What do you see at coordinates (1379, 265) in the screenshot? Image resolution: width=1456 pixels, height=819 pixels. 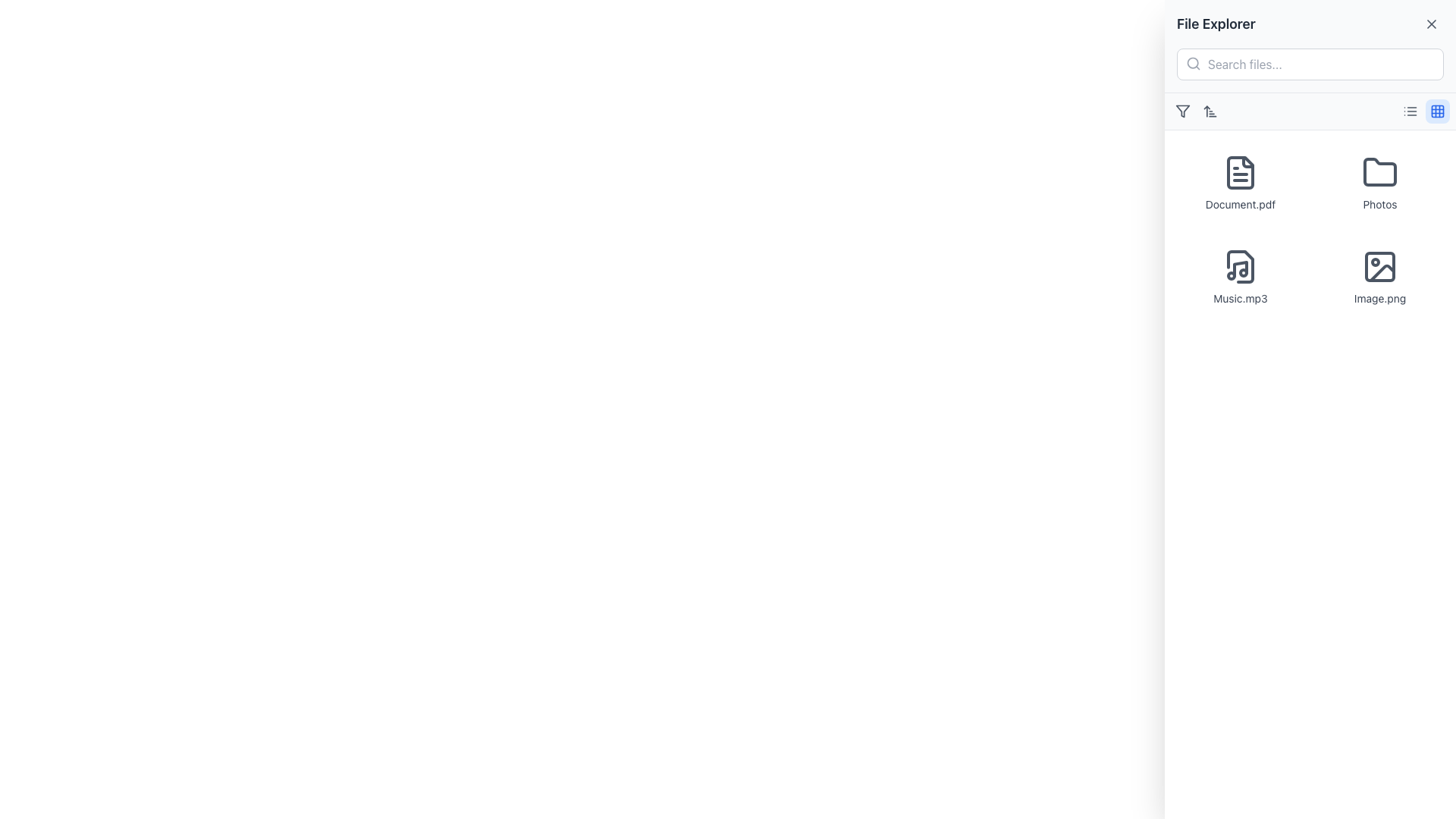 I see `the small gray rounded rectangle located at the upper-left corner of the image icon in the file explorer interface` at bounding box center [1379, 265].